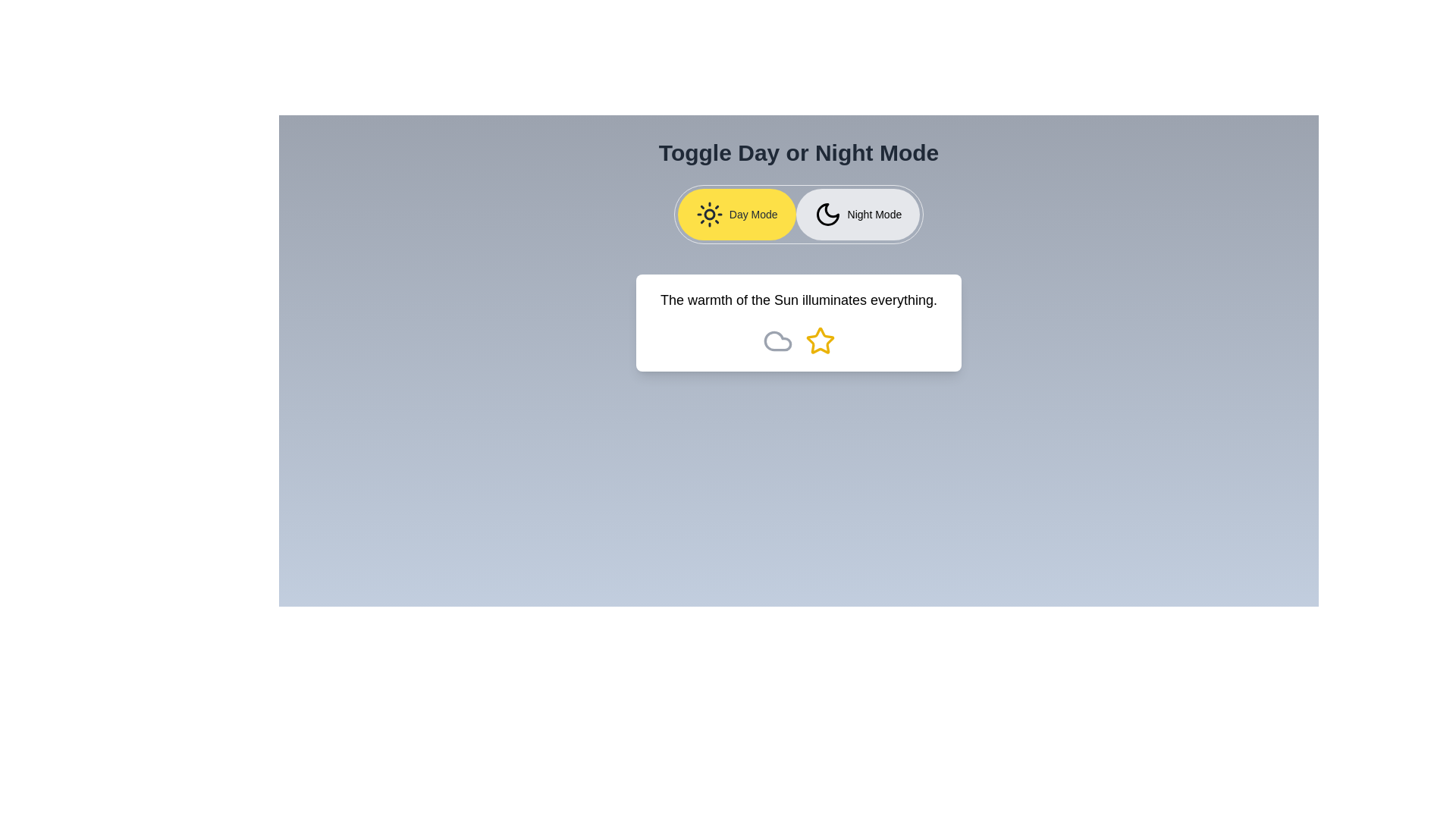 The width and height of the screenshot is (1456, 819). I want to click on the button labeled Night Mode to observe its hover effect, so click(858, 214).